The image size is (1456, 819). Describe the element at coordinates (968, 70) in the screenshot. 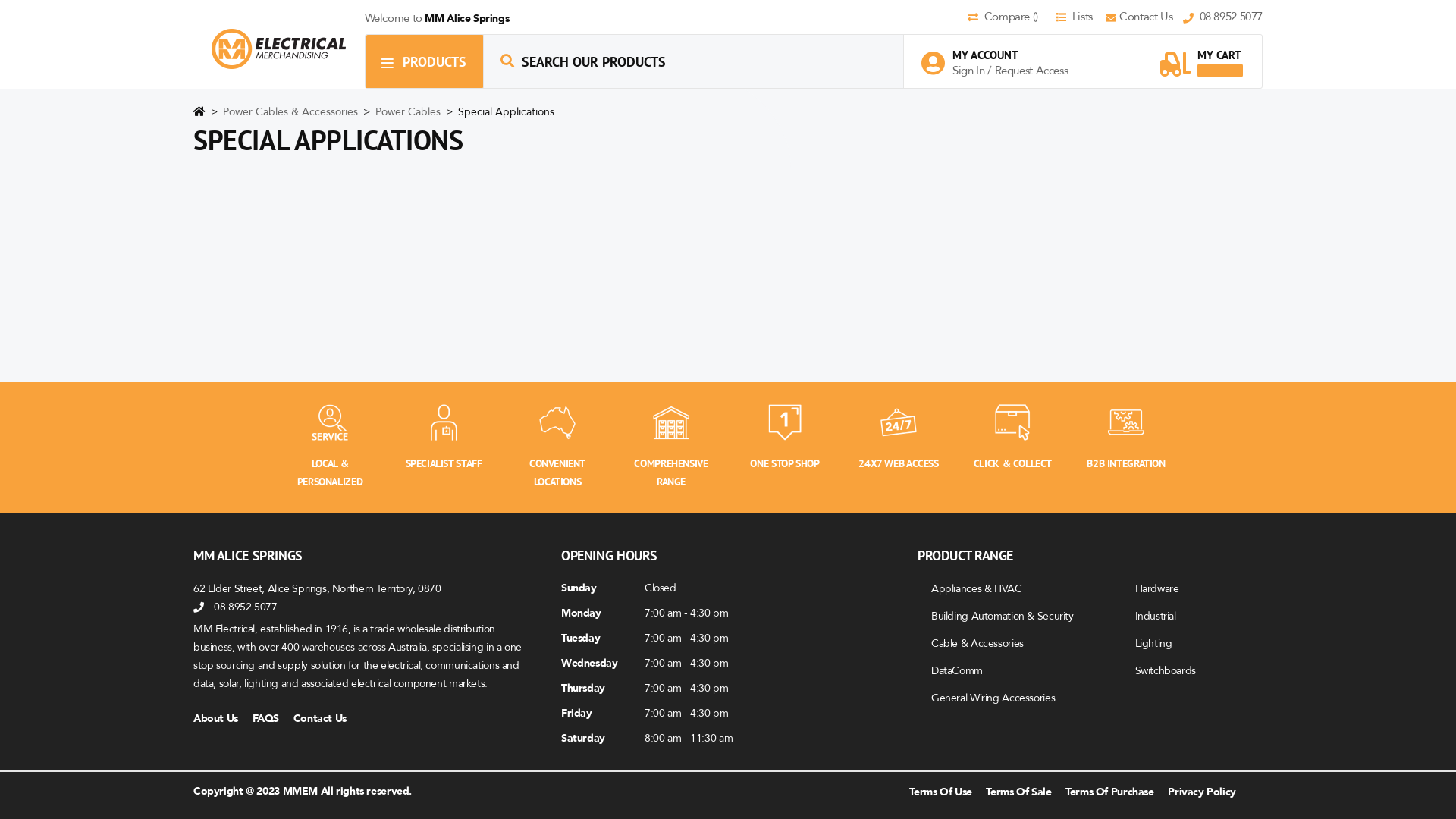

I see `'Sign In'` at that location.